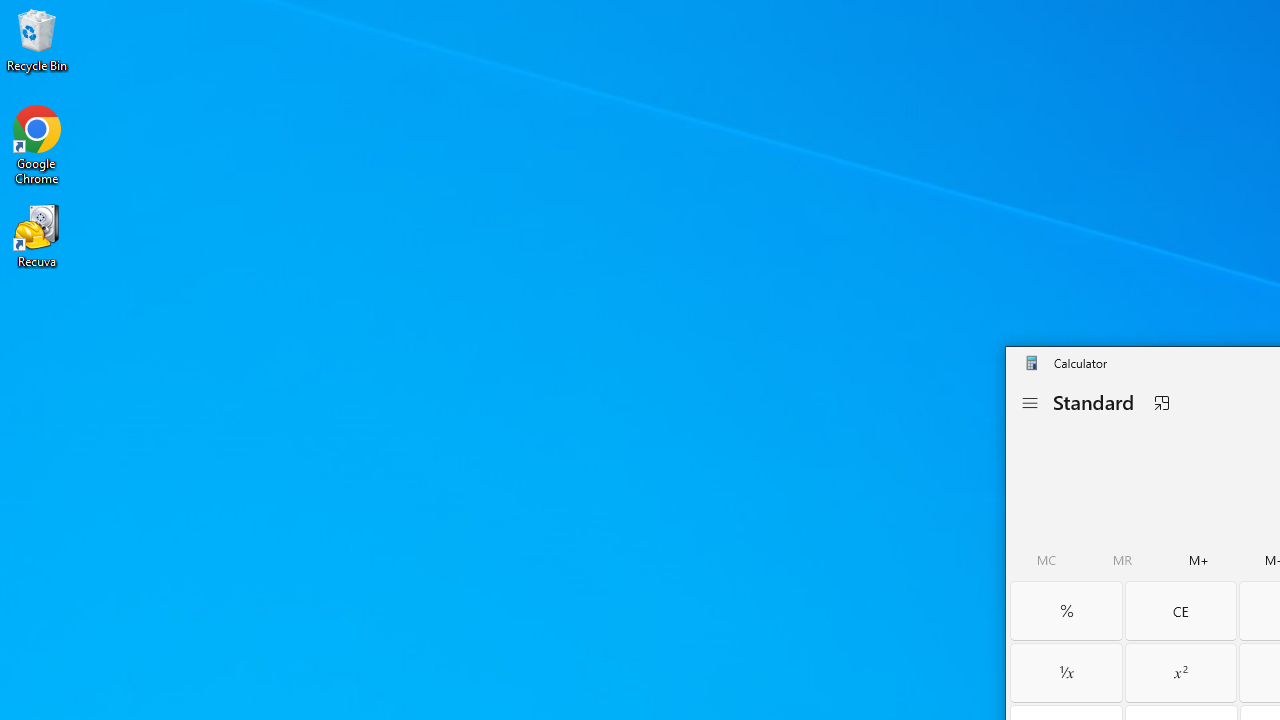 The width and height of the screenshot is (1280, 720). Describe the element at coordinates (1180, 609) in the screenshot. I see `'Clear entry'` at that location.